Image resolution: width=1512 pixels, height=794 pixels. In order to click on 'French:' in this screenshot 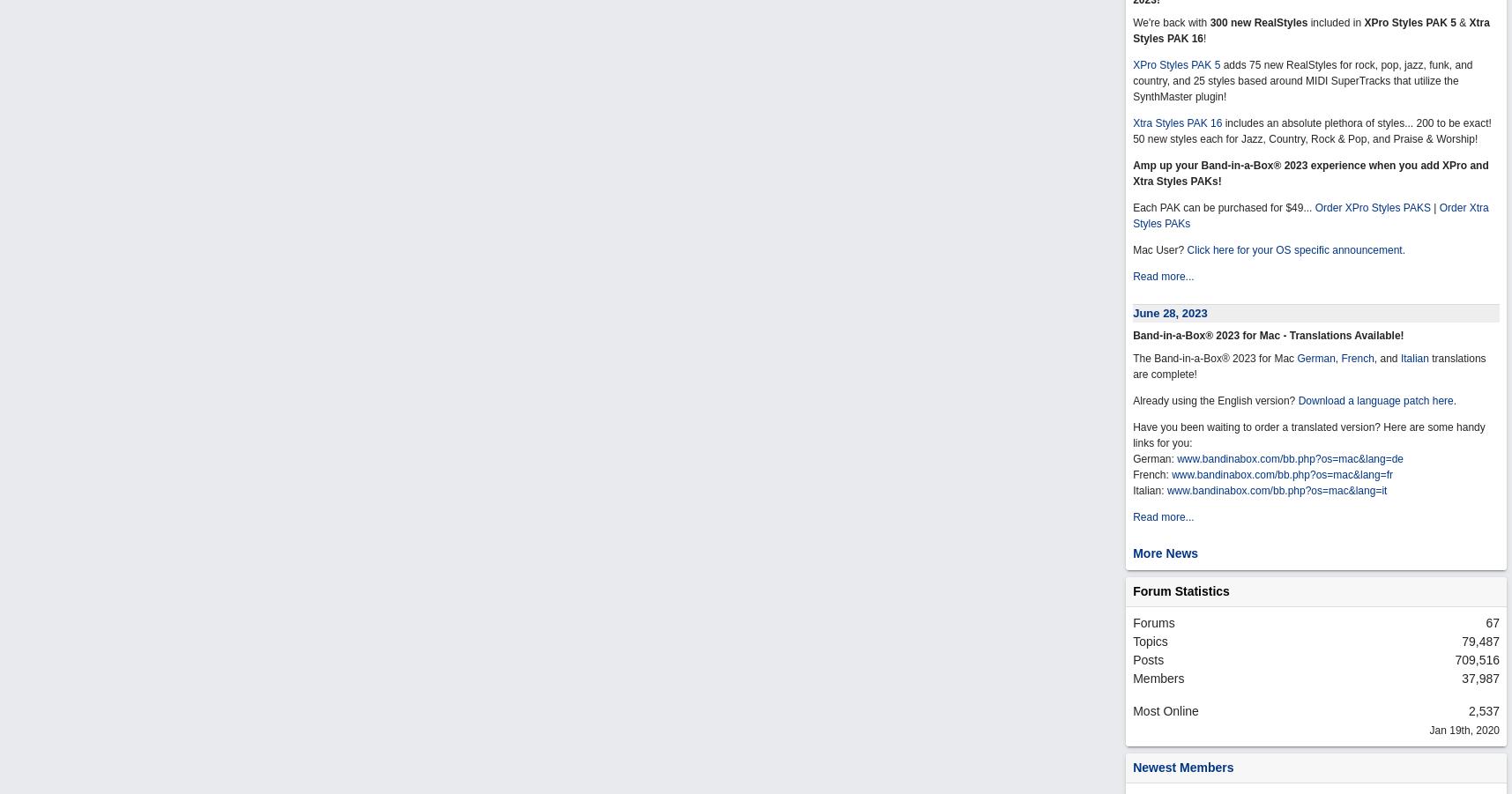, I will do `click(1151, 473)`.